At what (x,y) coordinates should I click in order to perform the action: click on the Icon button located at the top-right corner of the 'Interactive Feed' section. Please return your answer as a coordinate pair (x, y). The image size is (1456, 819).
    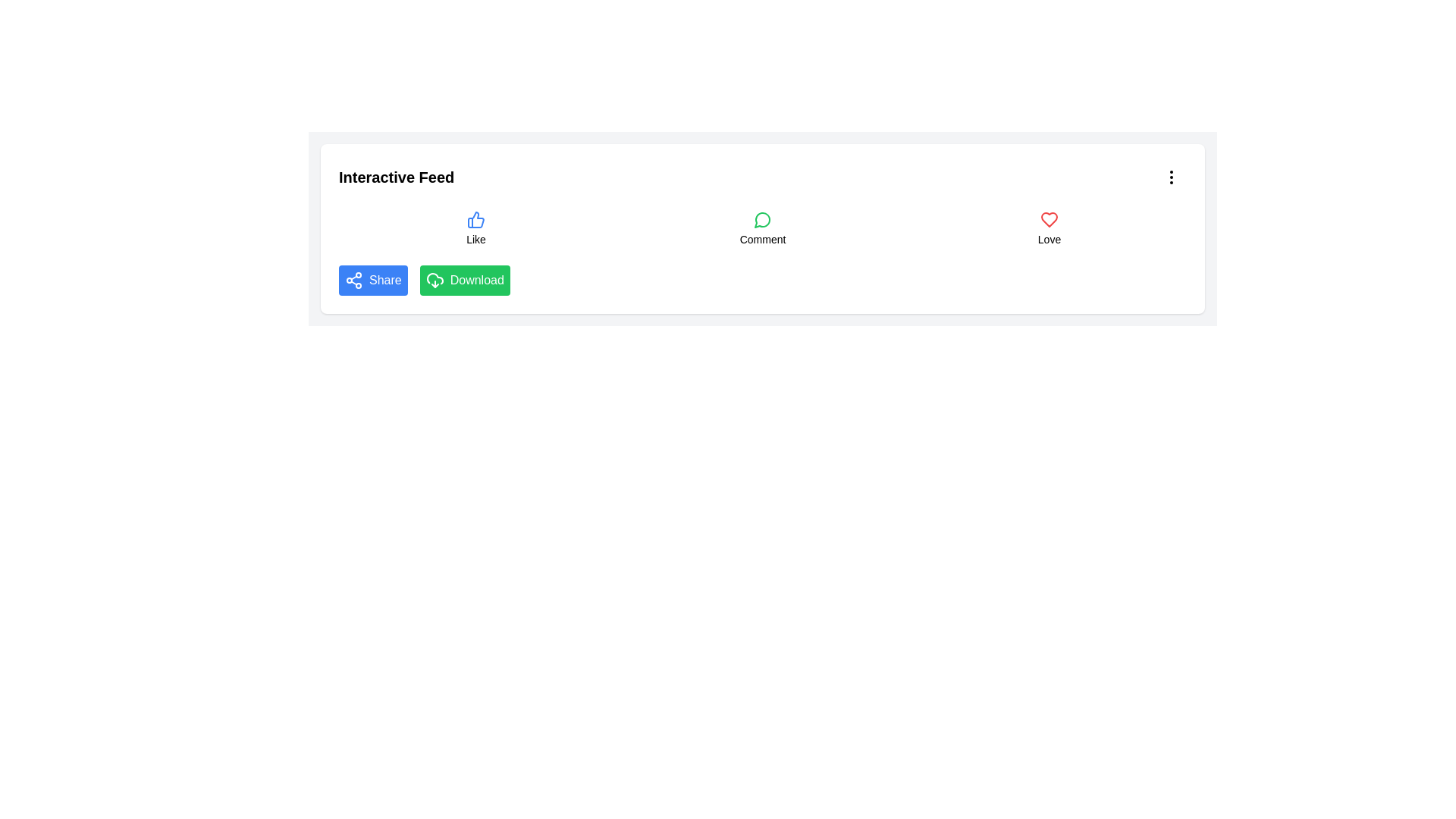
    Looking at the image, I should click on (1171, 177).